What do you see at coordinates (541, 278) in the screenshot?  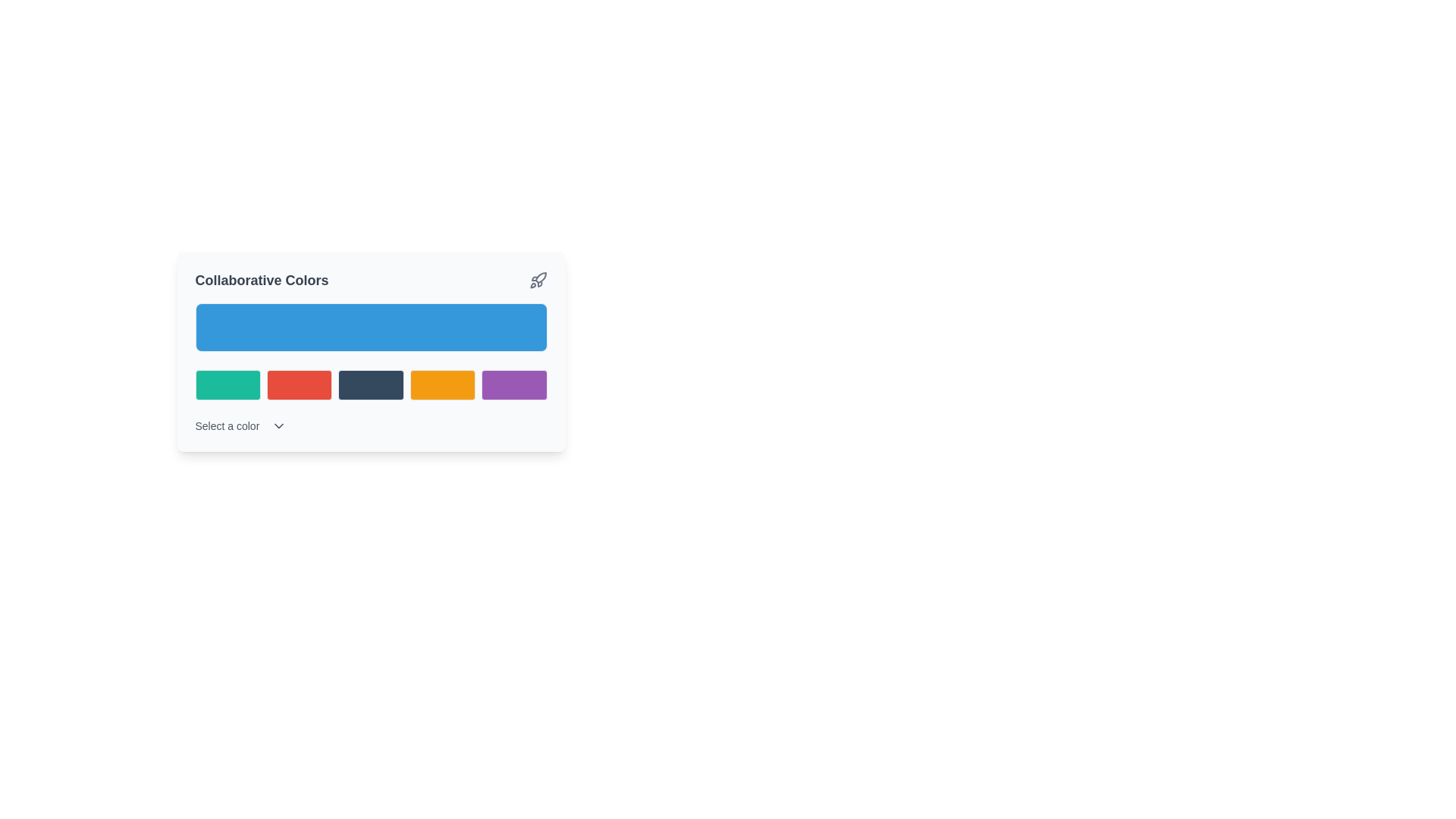 I see `the vector graphic representing the body of the rocket icon in the upper-right corner of the 'Collaborative Colors' card` at bounding box center [541, 278].